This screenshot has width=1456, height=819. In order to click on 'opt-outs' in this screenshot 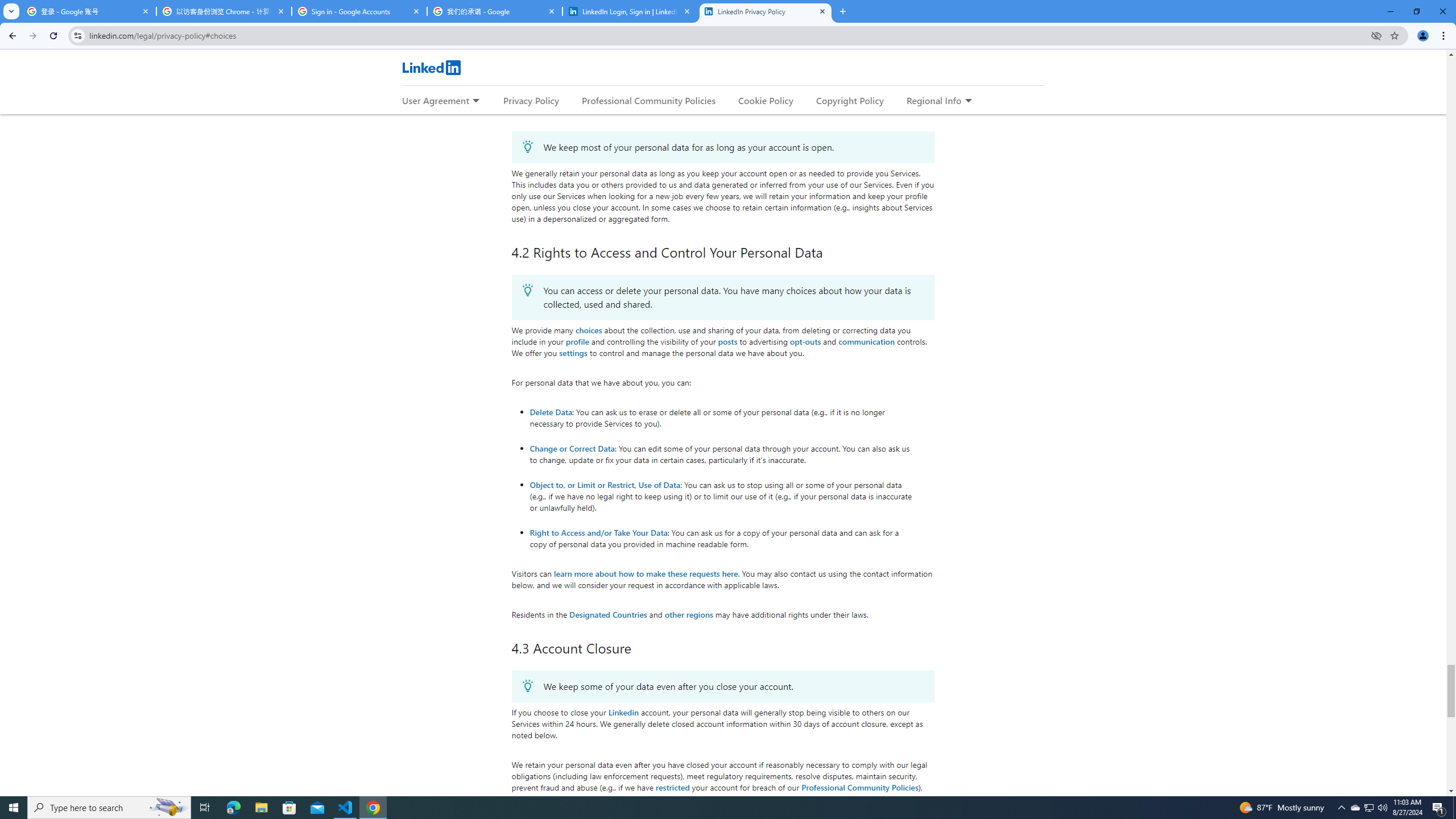, I will do `click(804, 341)`.